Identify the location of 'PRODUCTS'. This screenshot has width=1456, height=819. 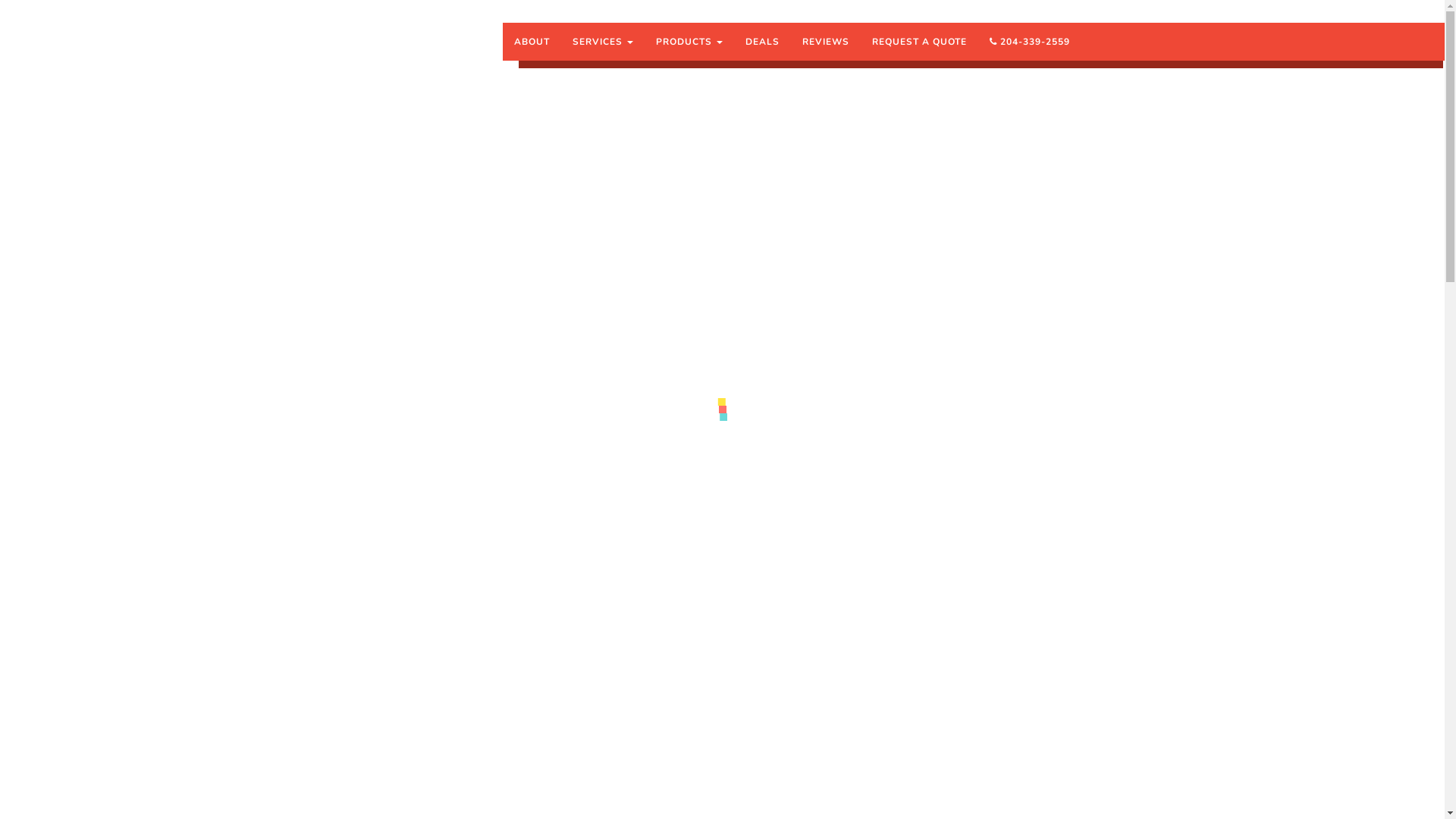
(688, 40).